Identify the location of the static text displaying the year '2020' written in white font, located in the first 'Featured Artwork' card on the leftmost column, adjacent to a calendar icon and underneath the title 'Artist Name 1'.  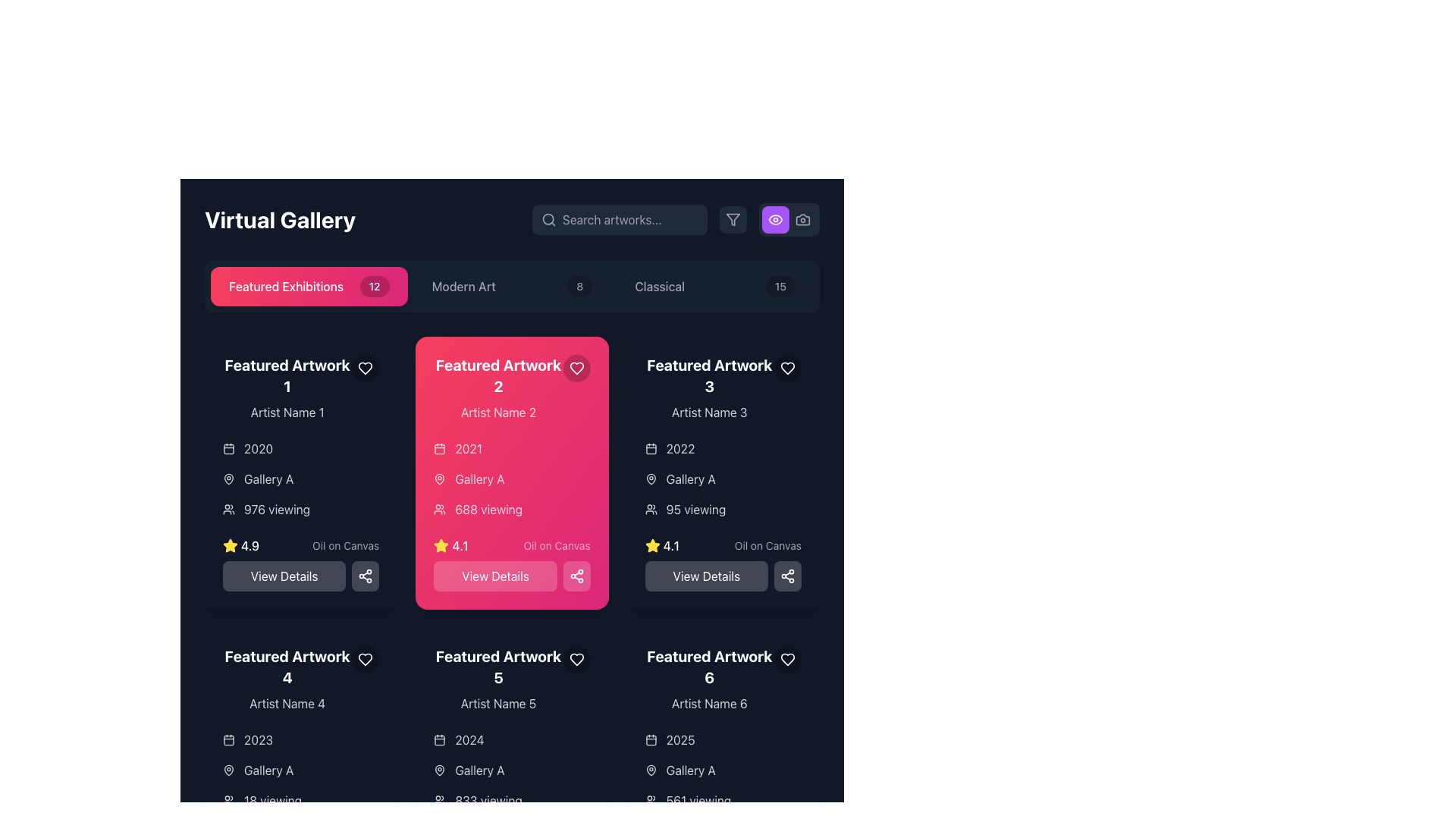
(259, 447).